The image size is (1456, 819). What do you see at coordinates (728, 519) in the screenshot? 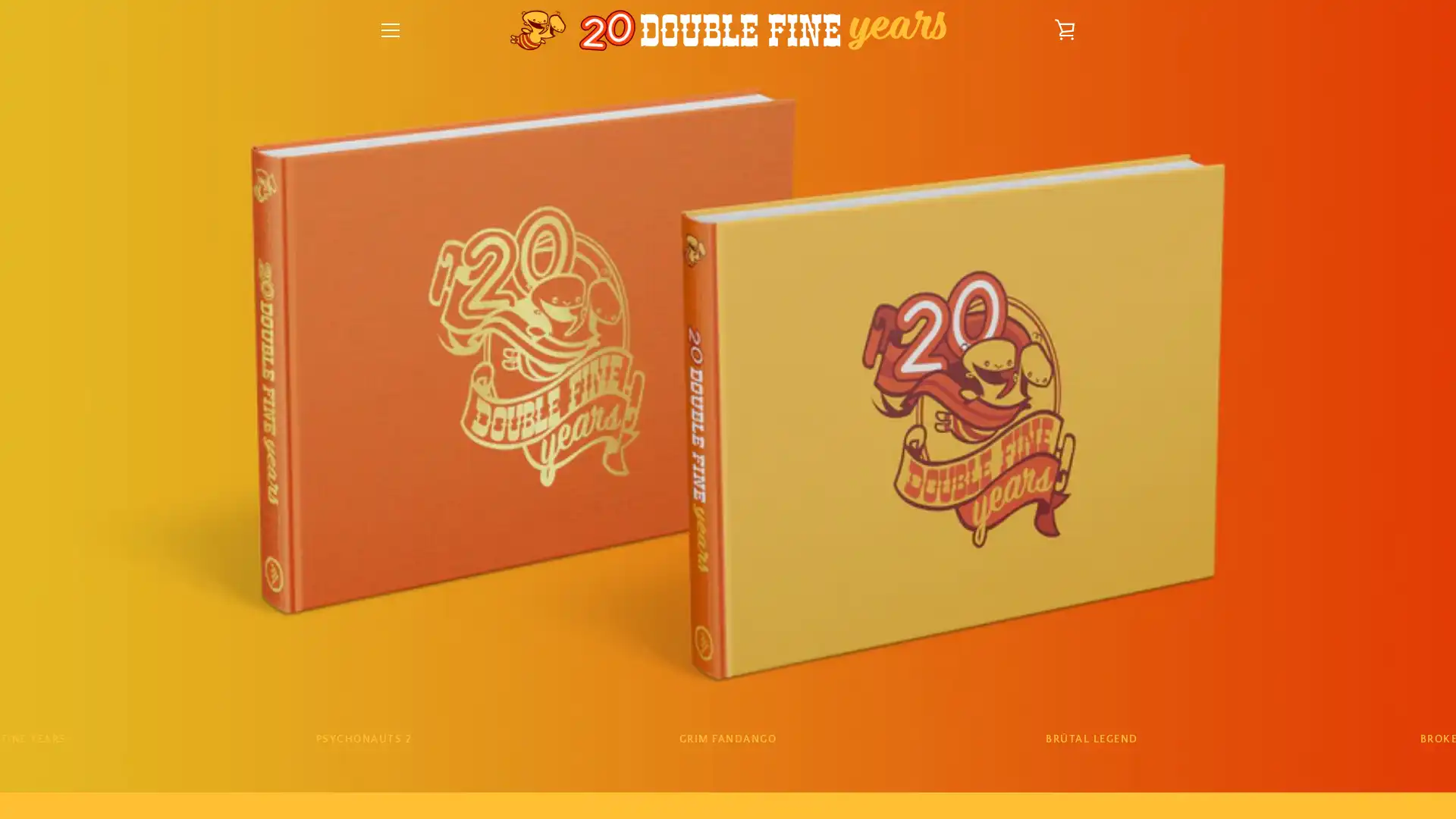
I see `Change shipping country` at bounding box center [728, 519].